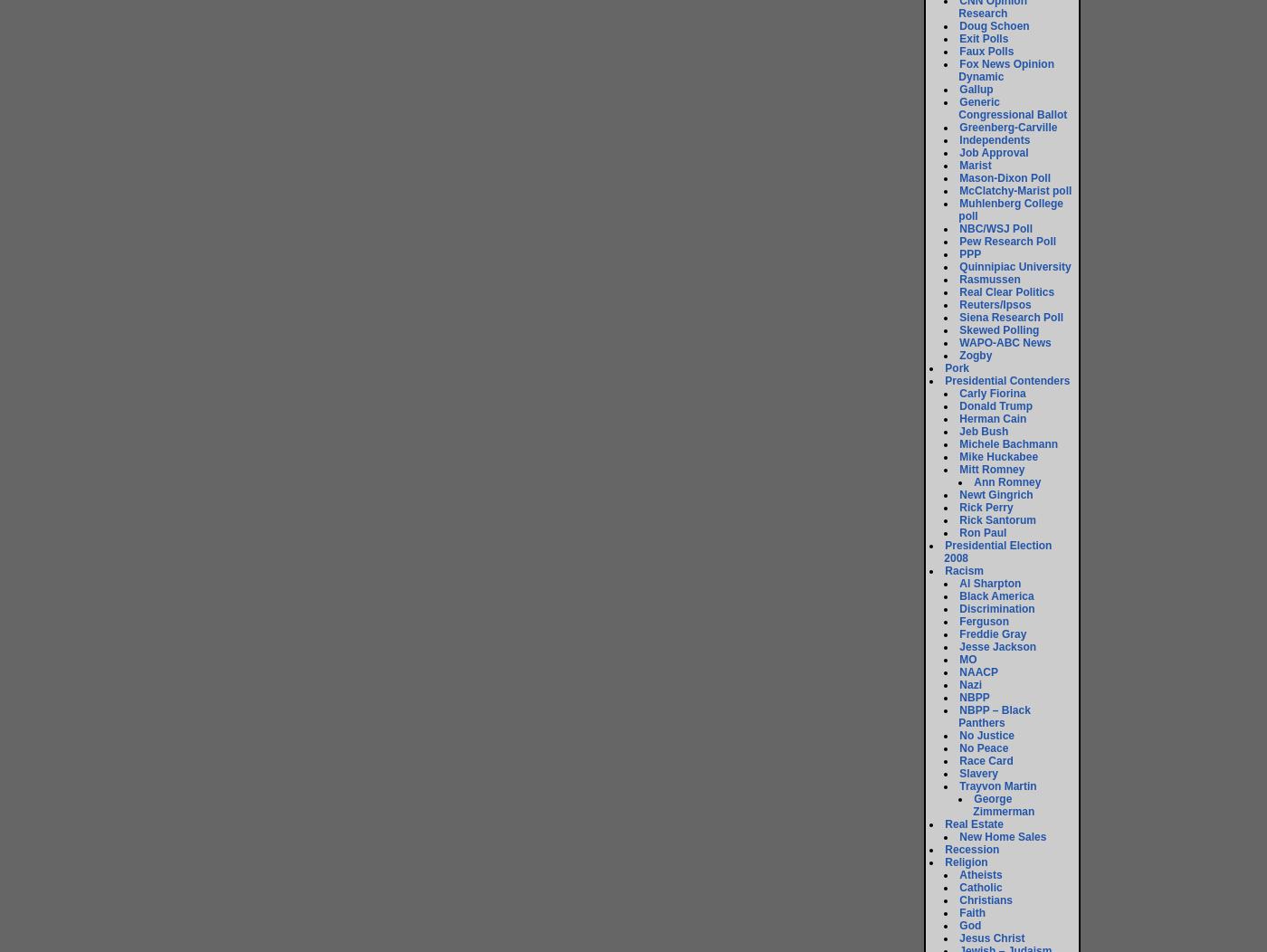 The width and height of the screenshot is (1267, 952). Describe the element at coordinates (1011, 208) in the screenshot. I see `'Muhlenberg College poll'` at that location.